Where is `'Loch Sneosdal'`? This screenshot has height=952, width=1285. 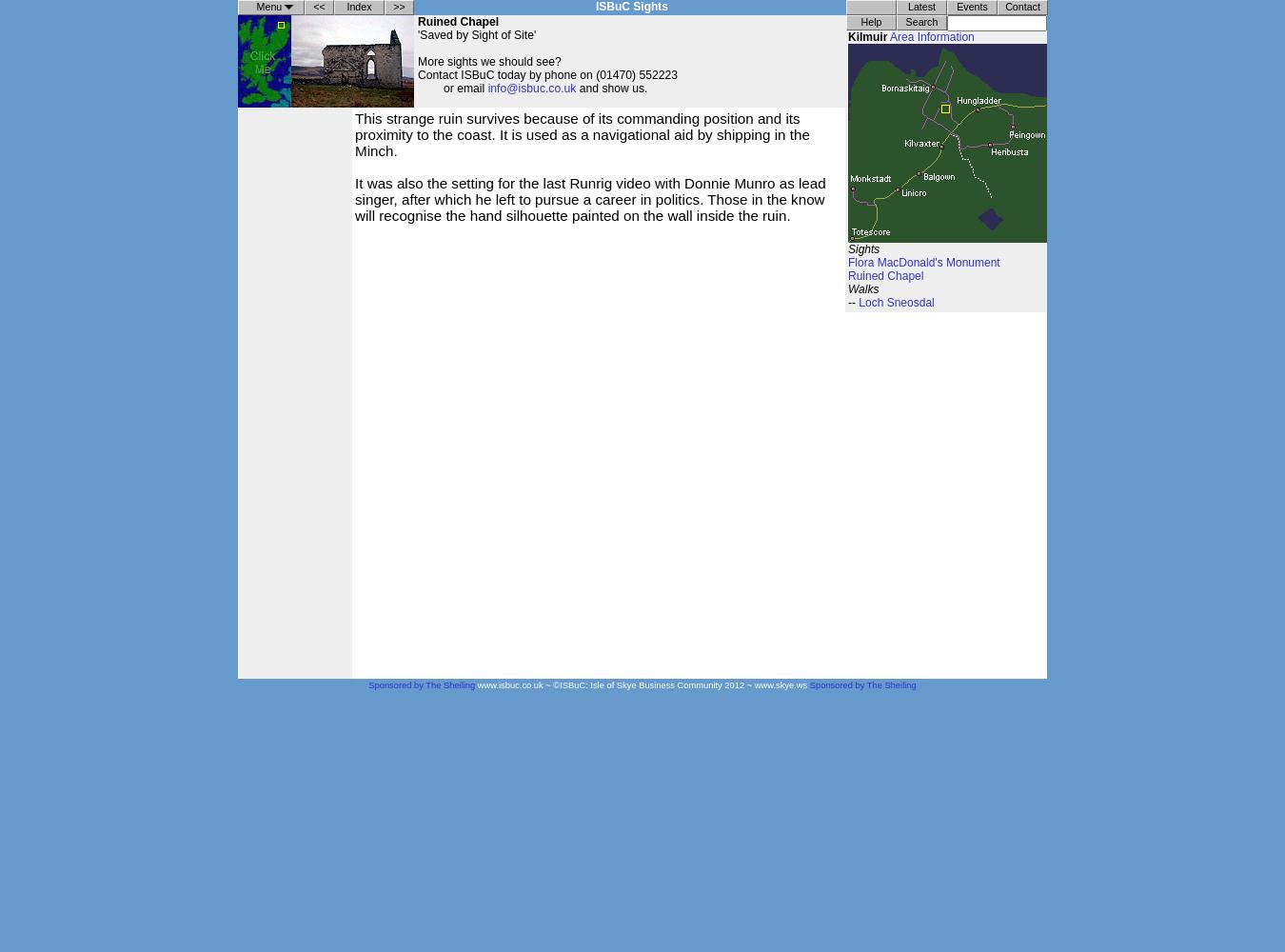
'Loch Sneosdal' is located at coordinates (857, 302).